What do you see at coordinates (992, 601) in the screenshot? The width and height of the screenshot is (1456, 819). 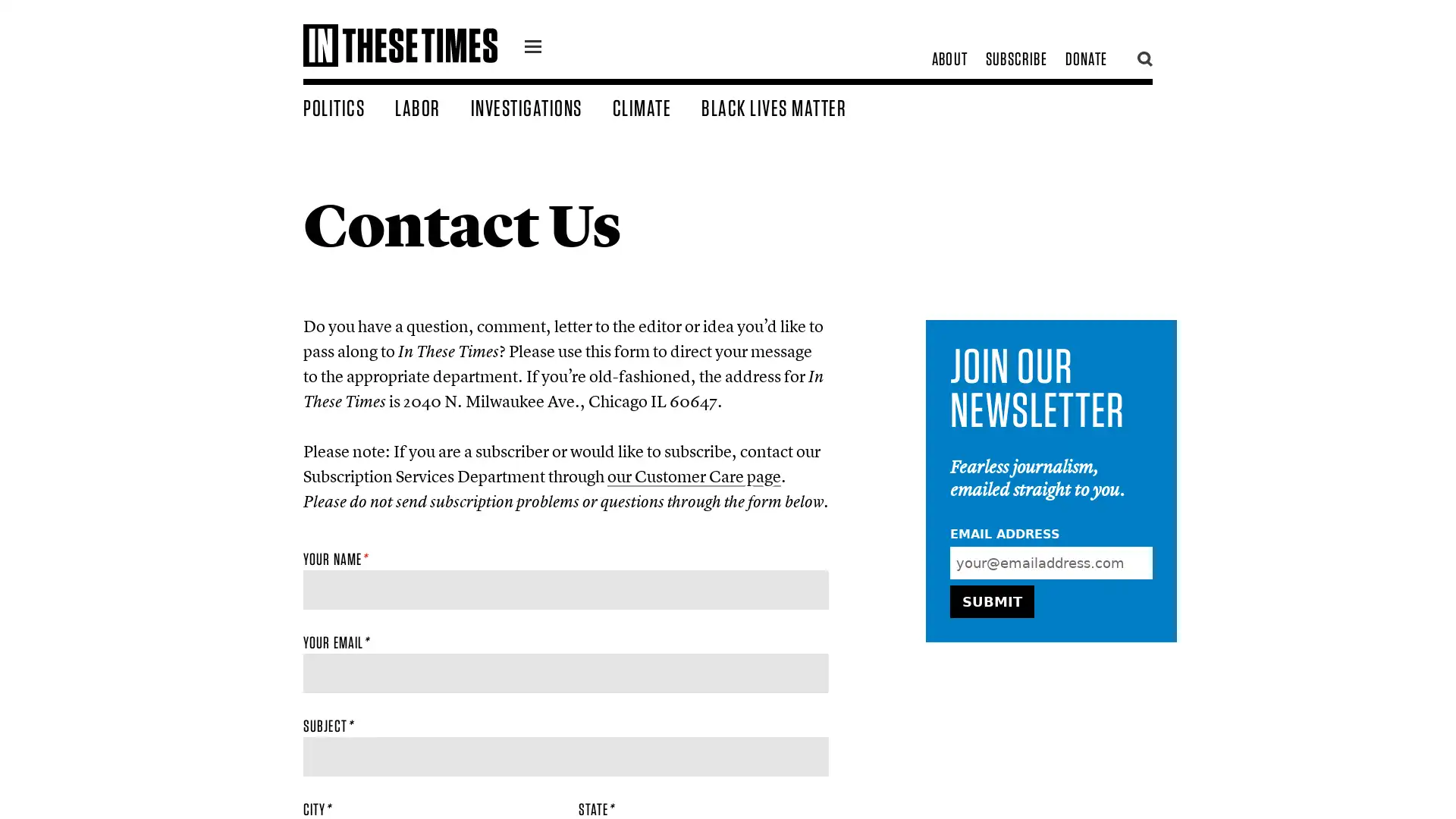 I see `Submit` at bounding box center [992, 601].